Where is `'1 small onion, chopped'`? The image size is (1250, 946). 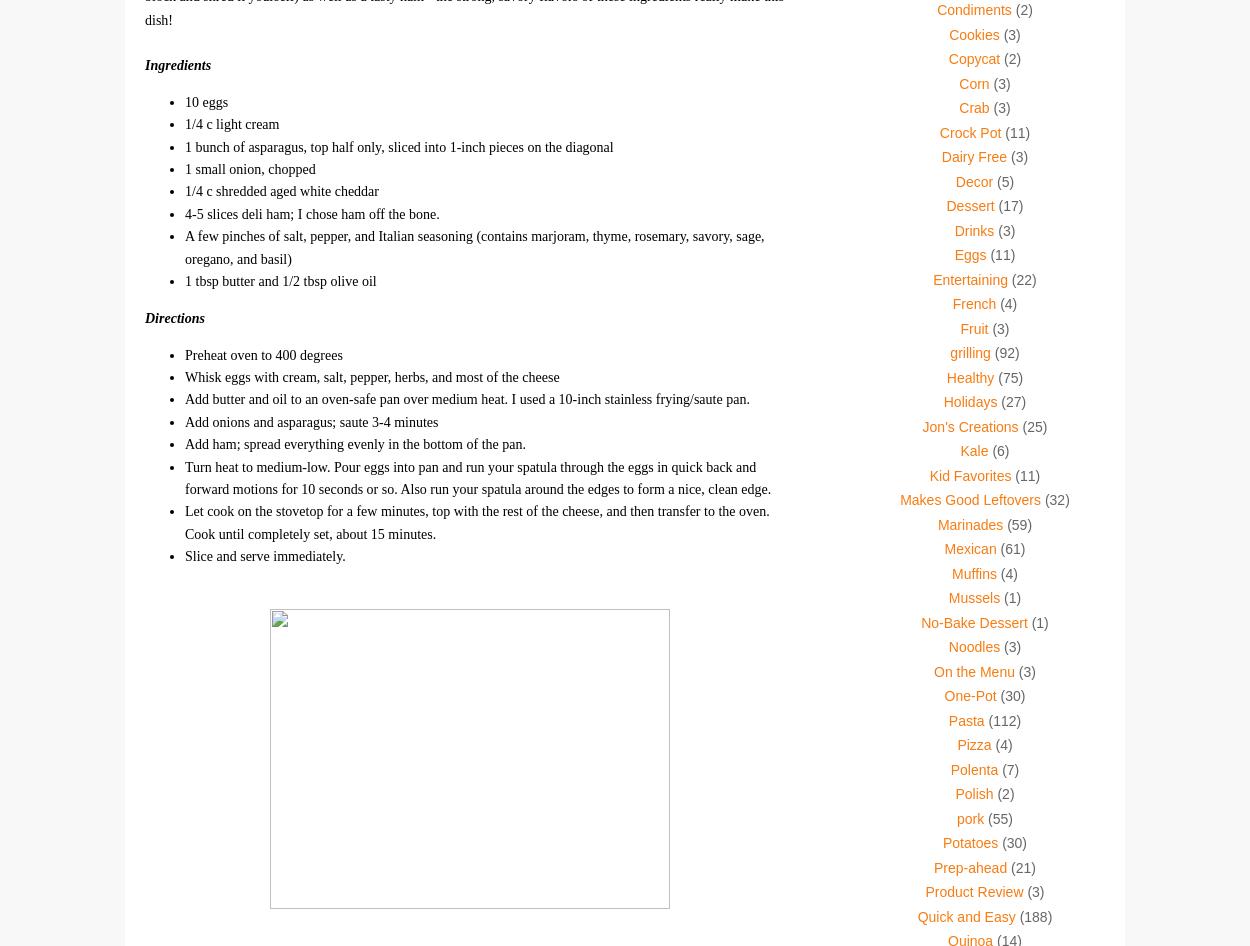
'1 small onion, chopped' is located at coordinates (185, 168).